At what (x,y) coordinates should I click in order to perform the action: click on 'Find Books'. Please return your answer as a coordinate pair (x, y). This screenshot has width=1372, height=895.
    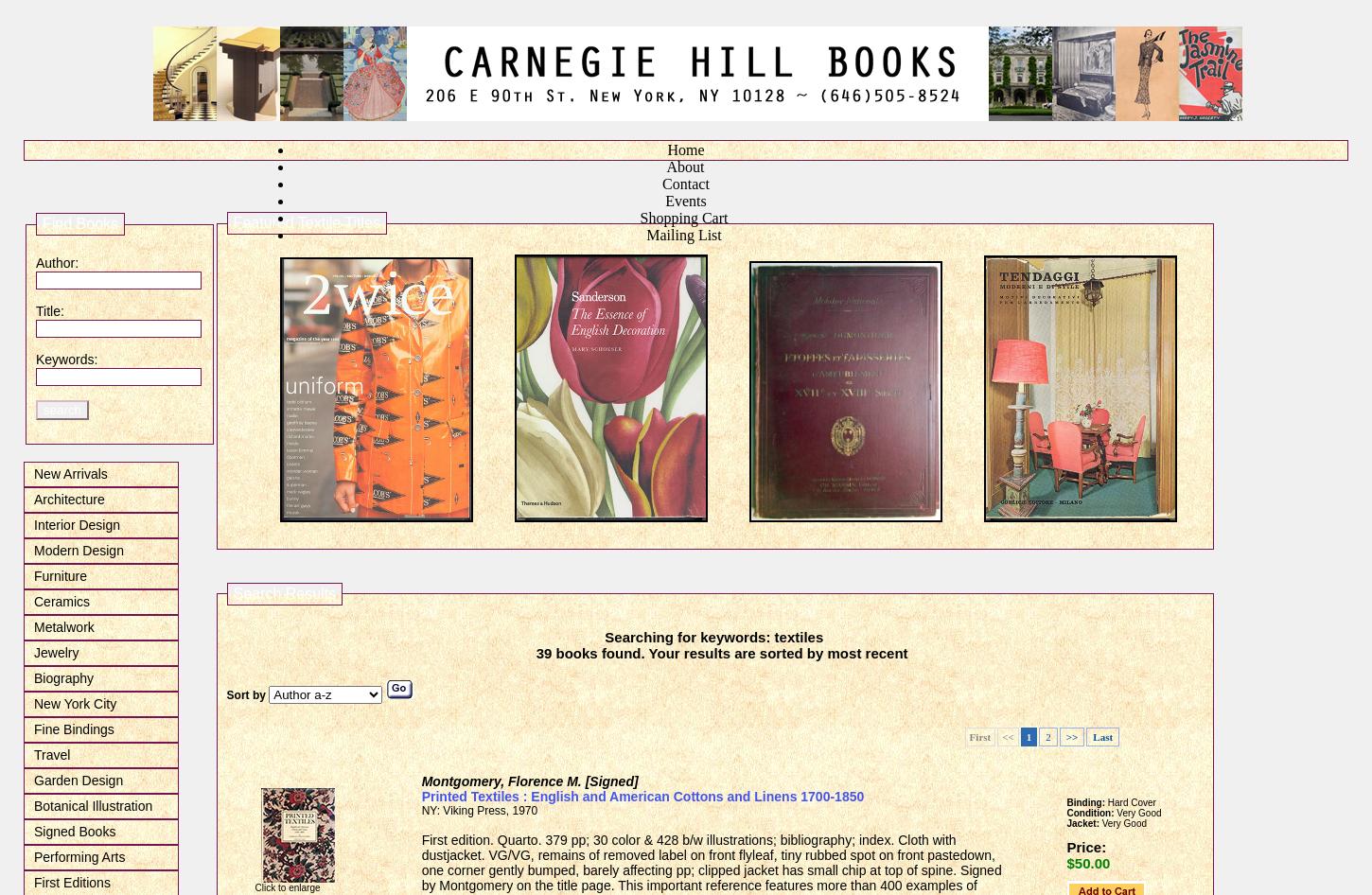
    Looking at the image, I should click on (42, 223).